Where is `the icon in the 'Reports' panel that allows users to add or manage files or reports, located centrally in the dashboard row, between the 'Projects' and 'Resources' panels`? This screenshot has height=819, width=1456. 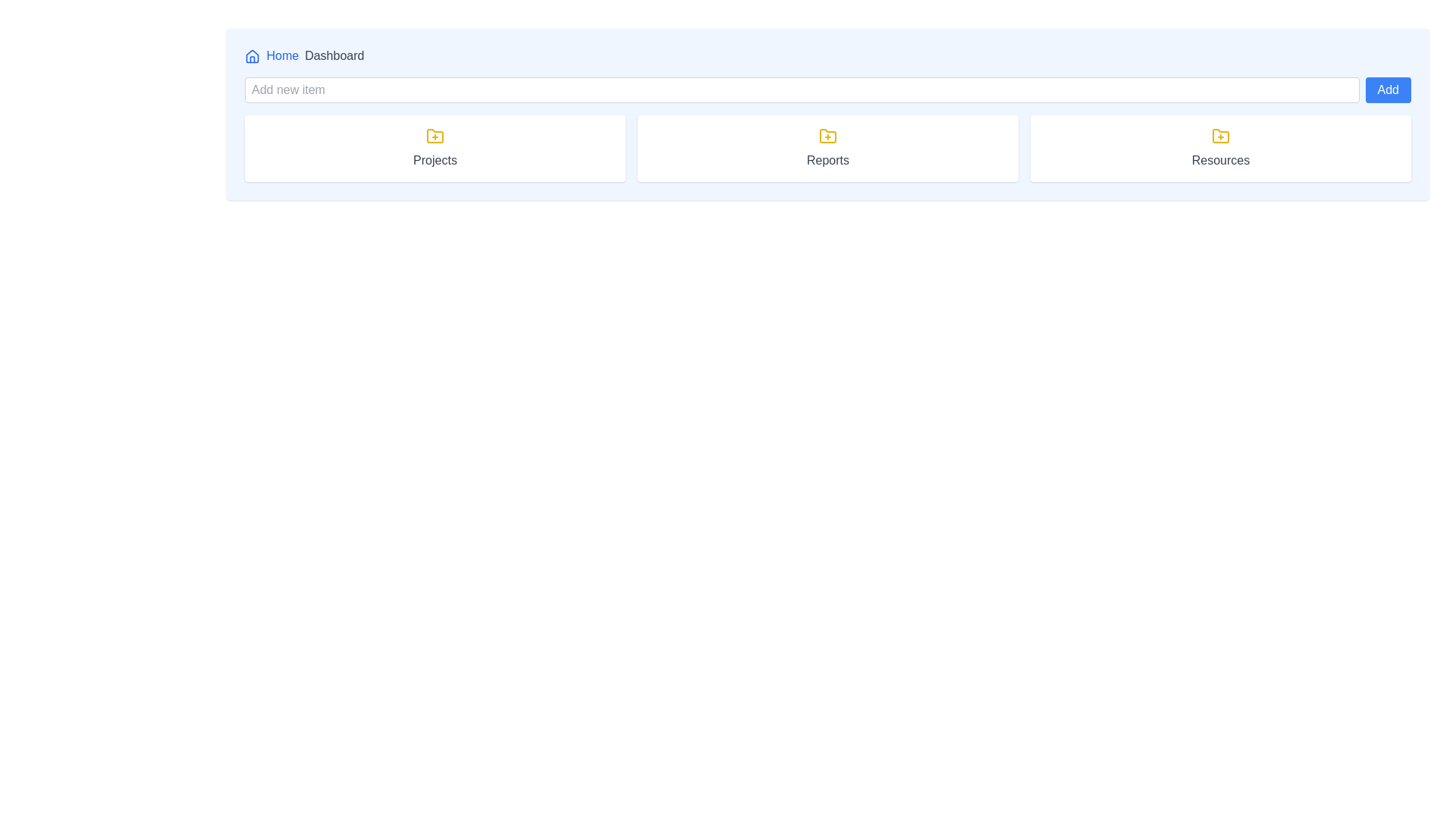
the icon in the 'Reports' panel that allows users to add or manage files or reports, located centrally in the dashboard row, between the 'Projects' and 'Resources' panels is located at coordinates (827, 136).